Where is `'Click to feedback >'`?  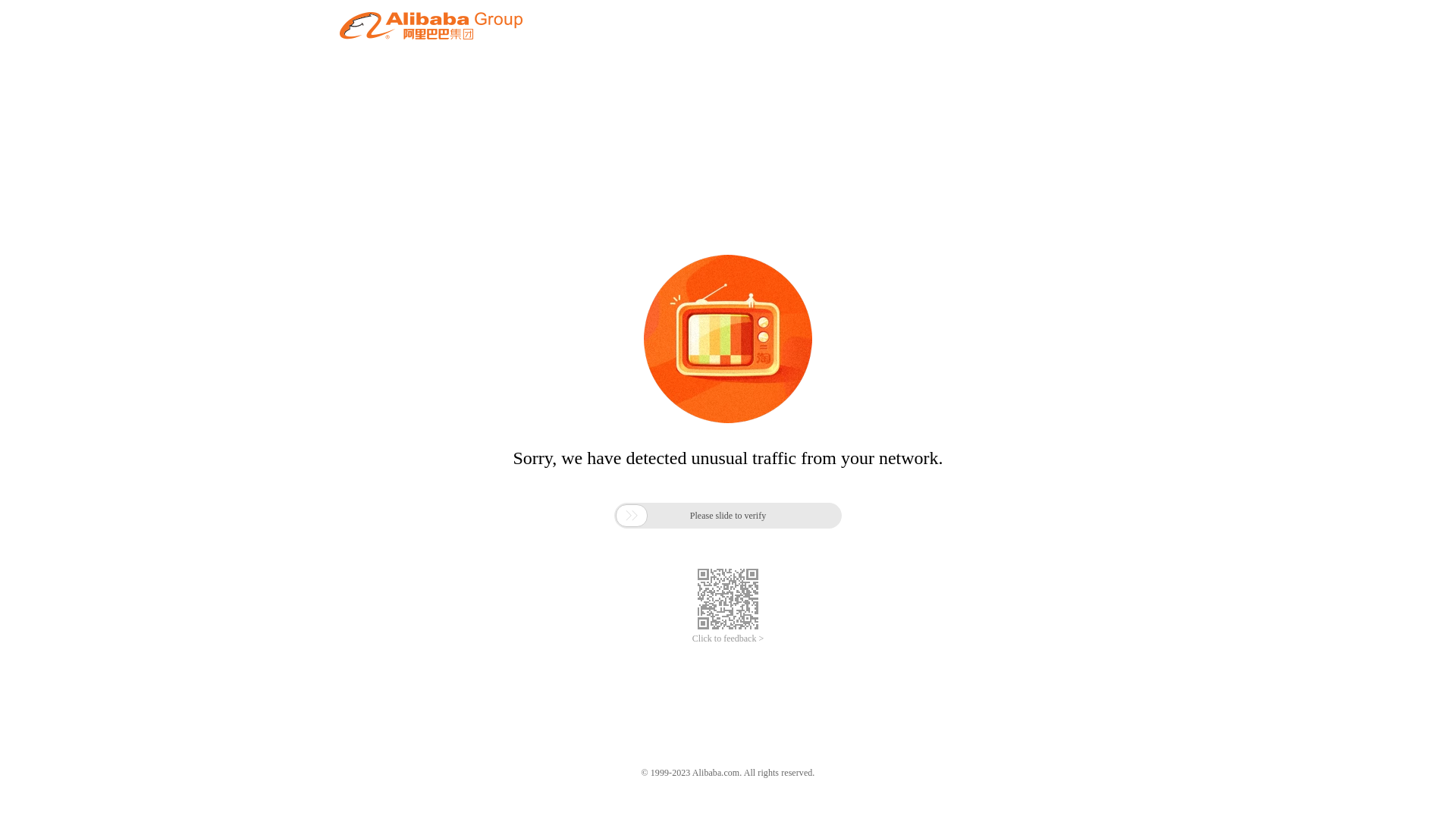 'Click to feedback >' is located at coordinates (728, 639).